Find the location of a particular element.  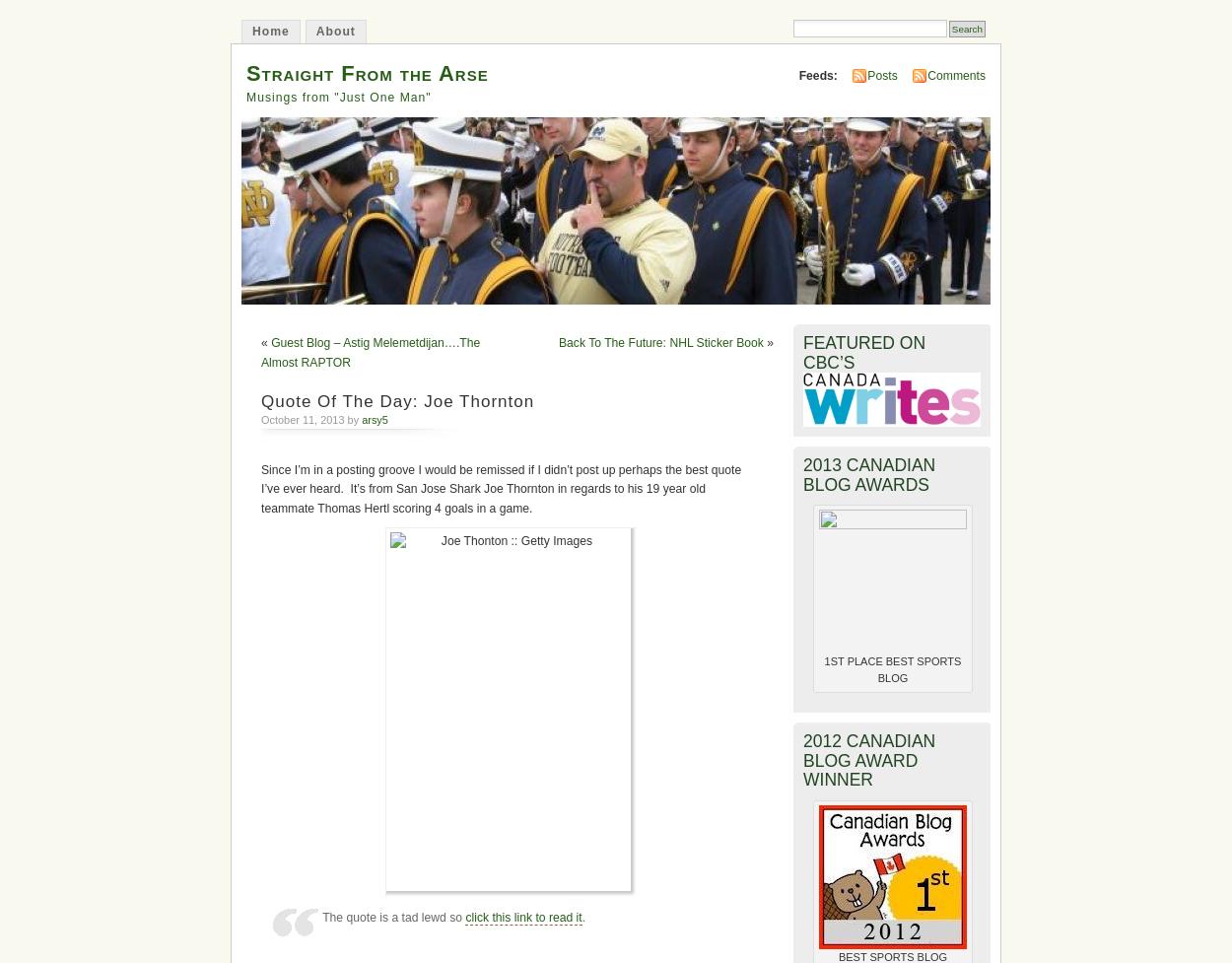

'October 11, 2013 by' is located at coordinates (310, 418).